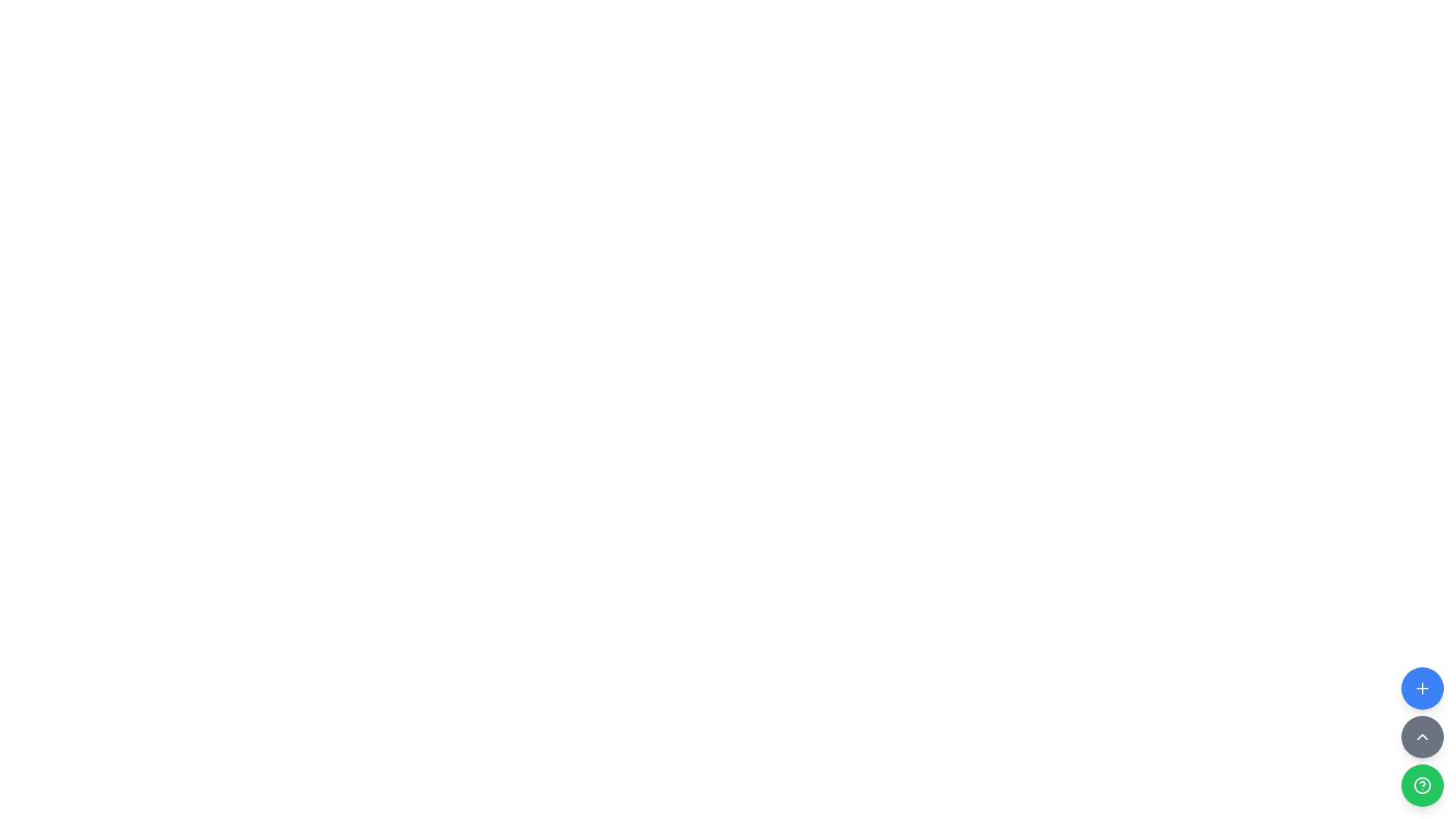  Describe the element at coordinates (1422, 785) in the screenshot. I see `the circular SVG shape located in the bottom-right corner control group, which has a green background and a white circular design` at that location.